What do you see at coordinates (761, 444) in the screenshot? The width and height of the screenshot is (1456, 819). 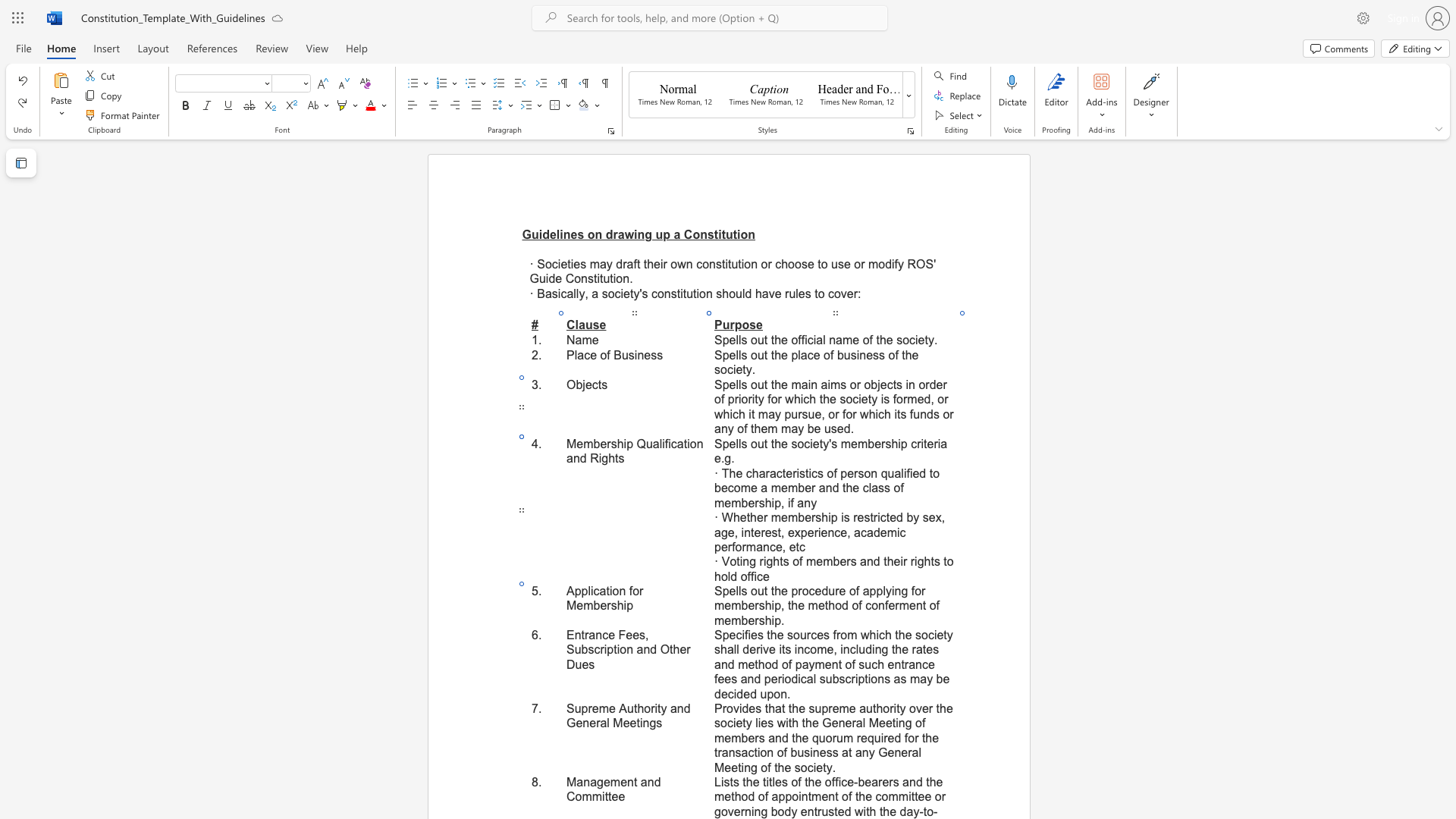 I see `the 1th character "u" in the text` at bounding box center [761, 444].